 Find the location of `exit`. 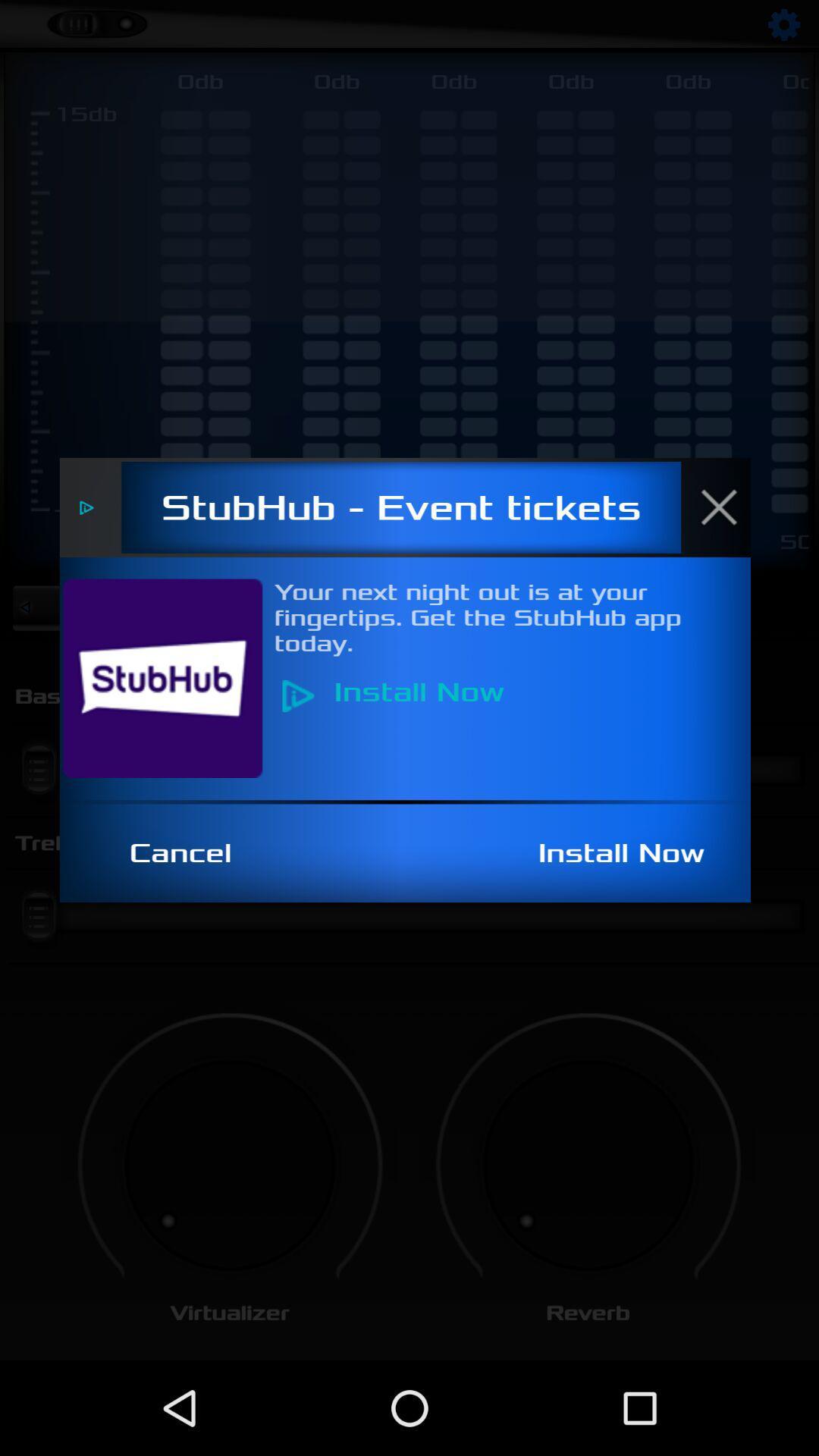

exit is located at coordinates (726, 507).